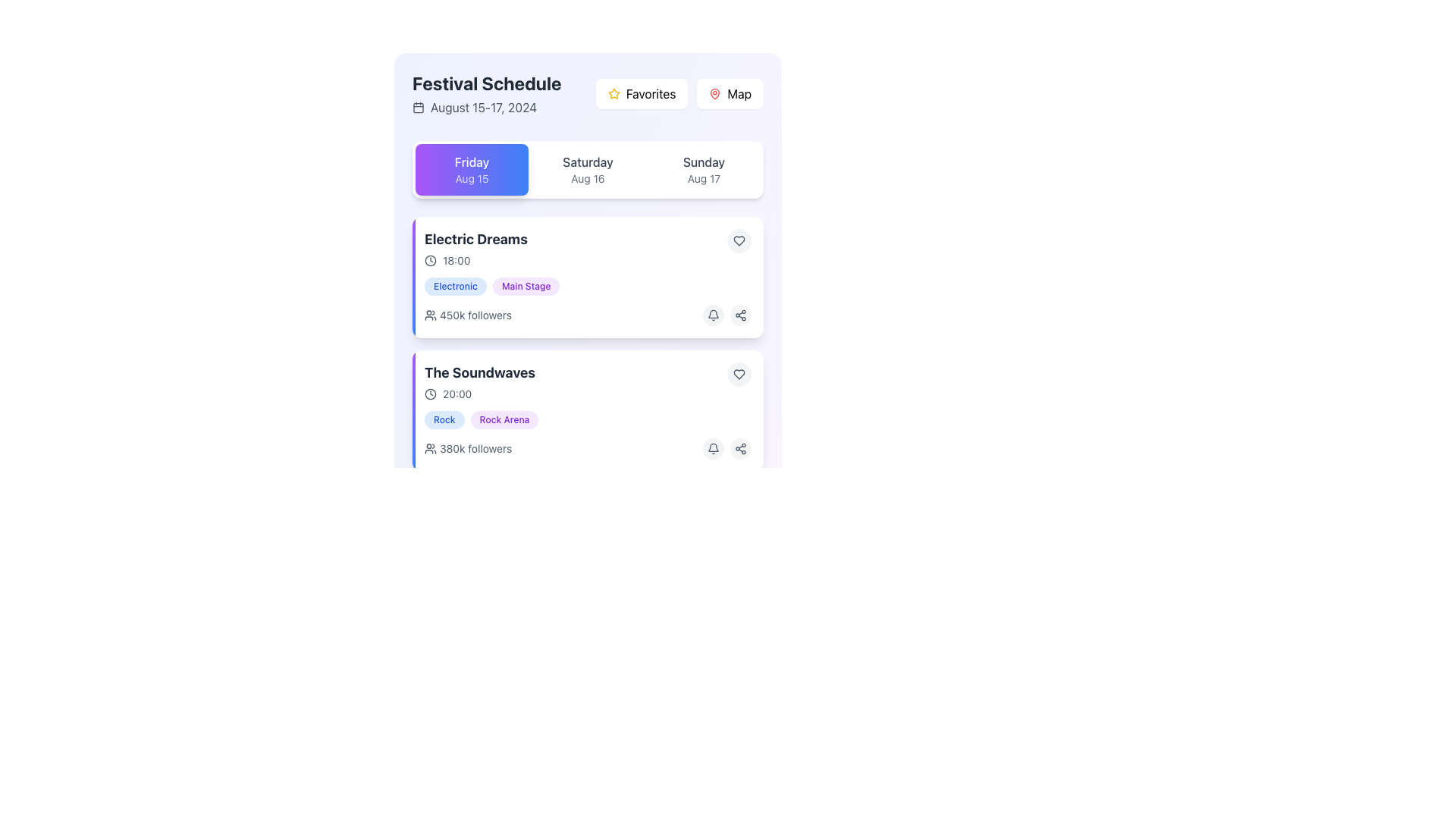 This screenshot has height=819, width=1456. I want to click on the date option button for Sunday, August 17, 2024, located at the top-right of the 'Festival Schedule' interface, so click(703, 169).